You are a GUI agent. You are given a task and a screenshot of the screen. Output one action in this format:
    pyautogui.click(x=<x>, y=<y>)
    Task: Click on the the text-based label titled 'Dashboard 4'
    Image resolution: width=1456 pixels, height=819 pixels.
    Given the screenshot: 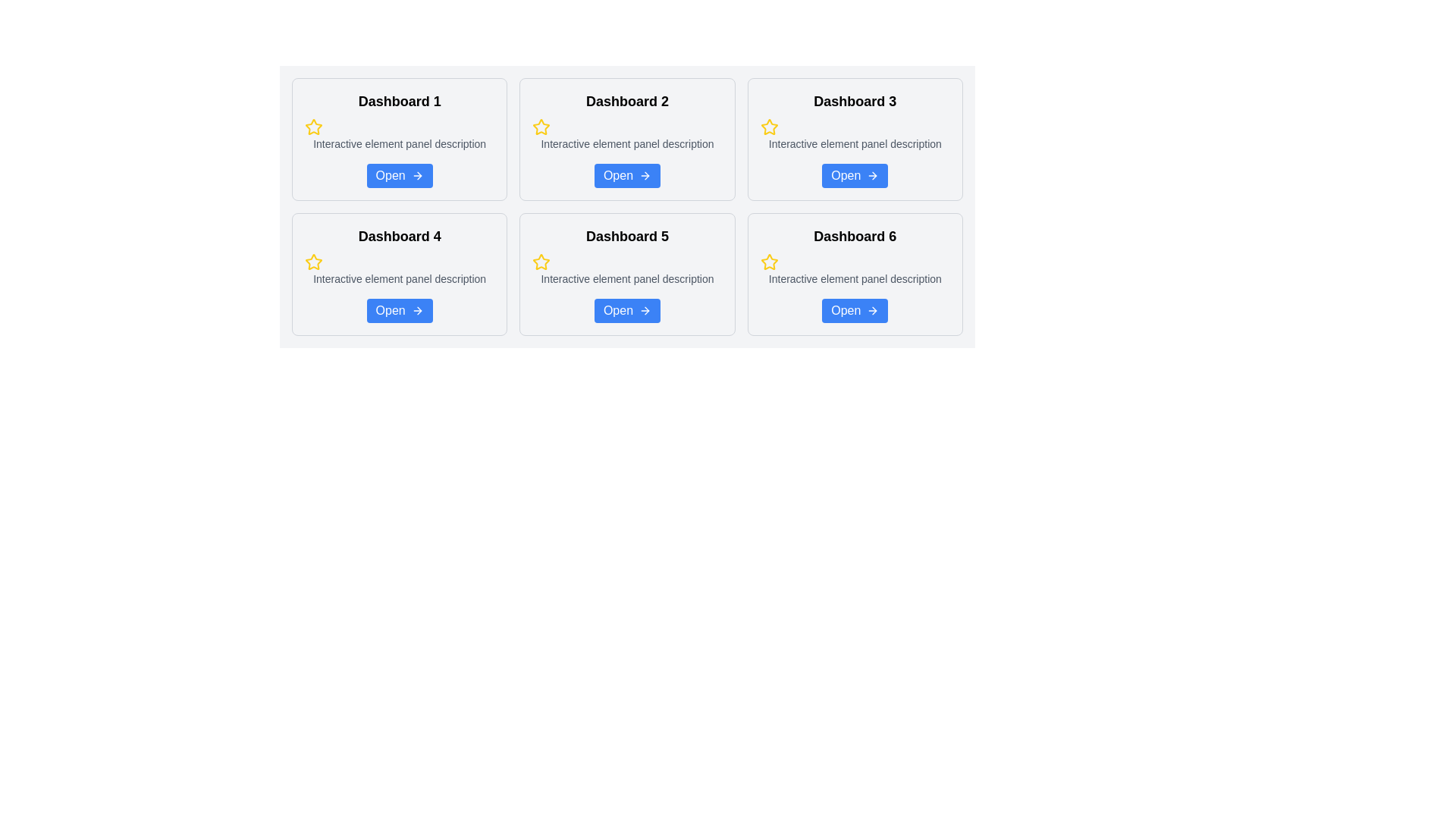 What is the action you would take?
    pyautogui.click(x=400, y=237)
    